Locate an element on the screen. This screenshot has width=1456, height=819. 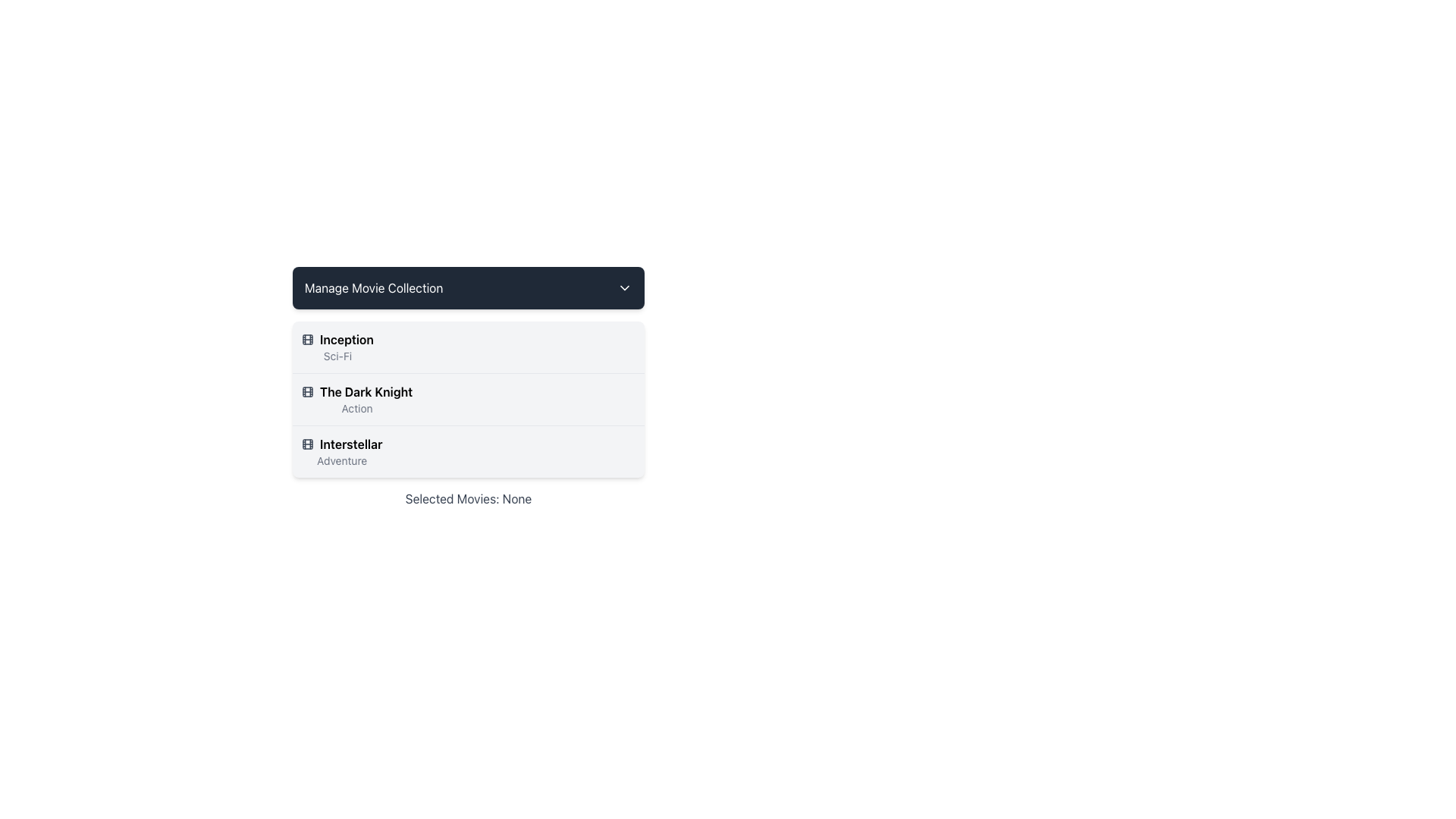
the 'Sci-Fi' text label that is styled with a smaller-sized font and gray color, located directly below 'Inception' in a list of movie genres is located at coordinates (337, 356).